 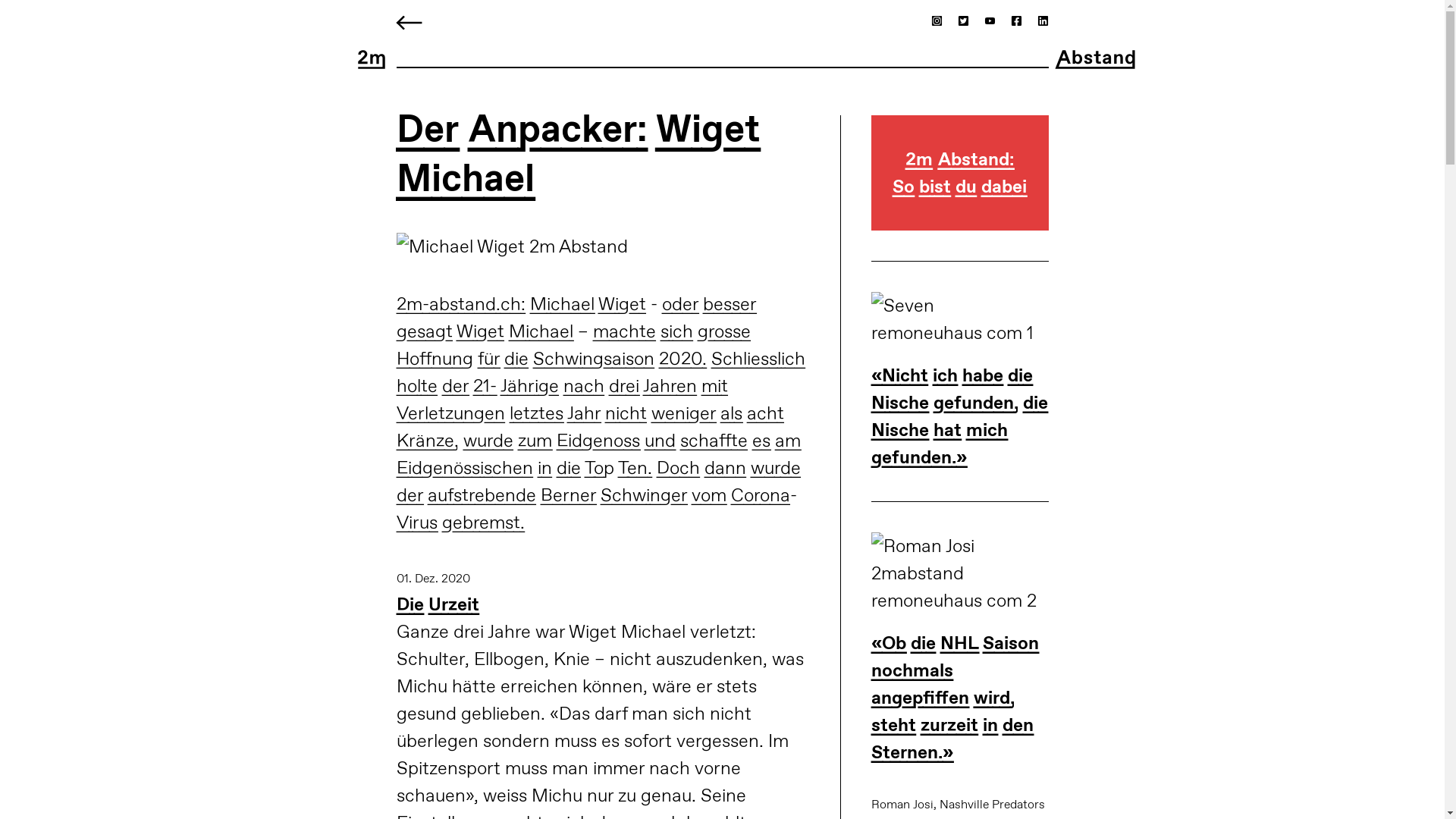 What do you see at coordinates (959, 187) in the screenshot?
I see `'2m Abstand:` at bounding box center [959, 187].